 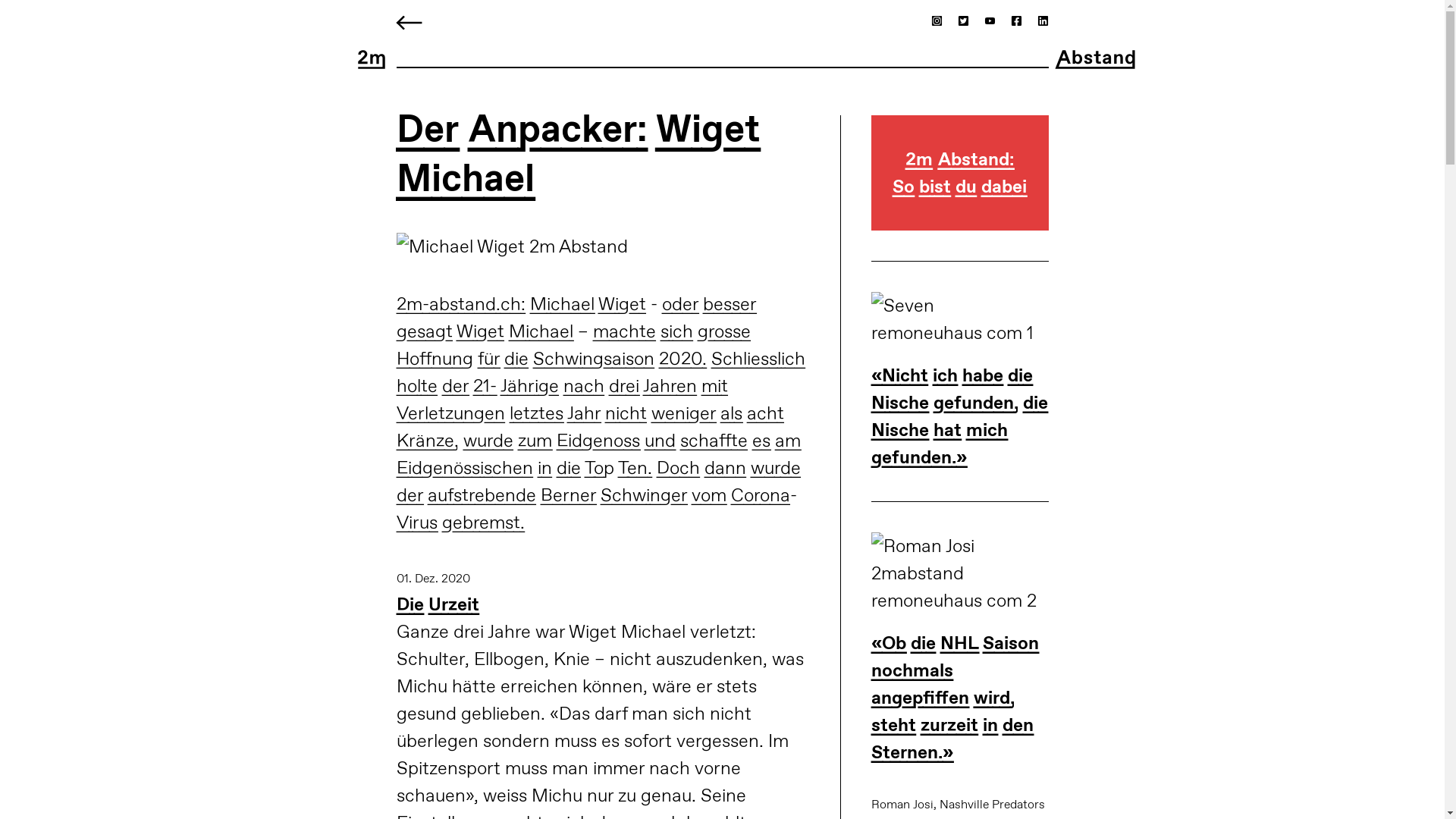 What do you see at coordinates (959, 187) in the screenshot?
I see `'2m Abstand:` at bounding box center [959, 187].